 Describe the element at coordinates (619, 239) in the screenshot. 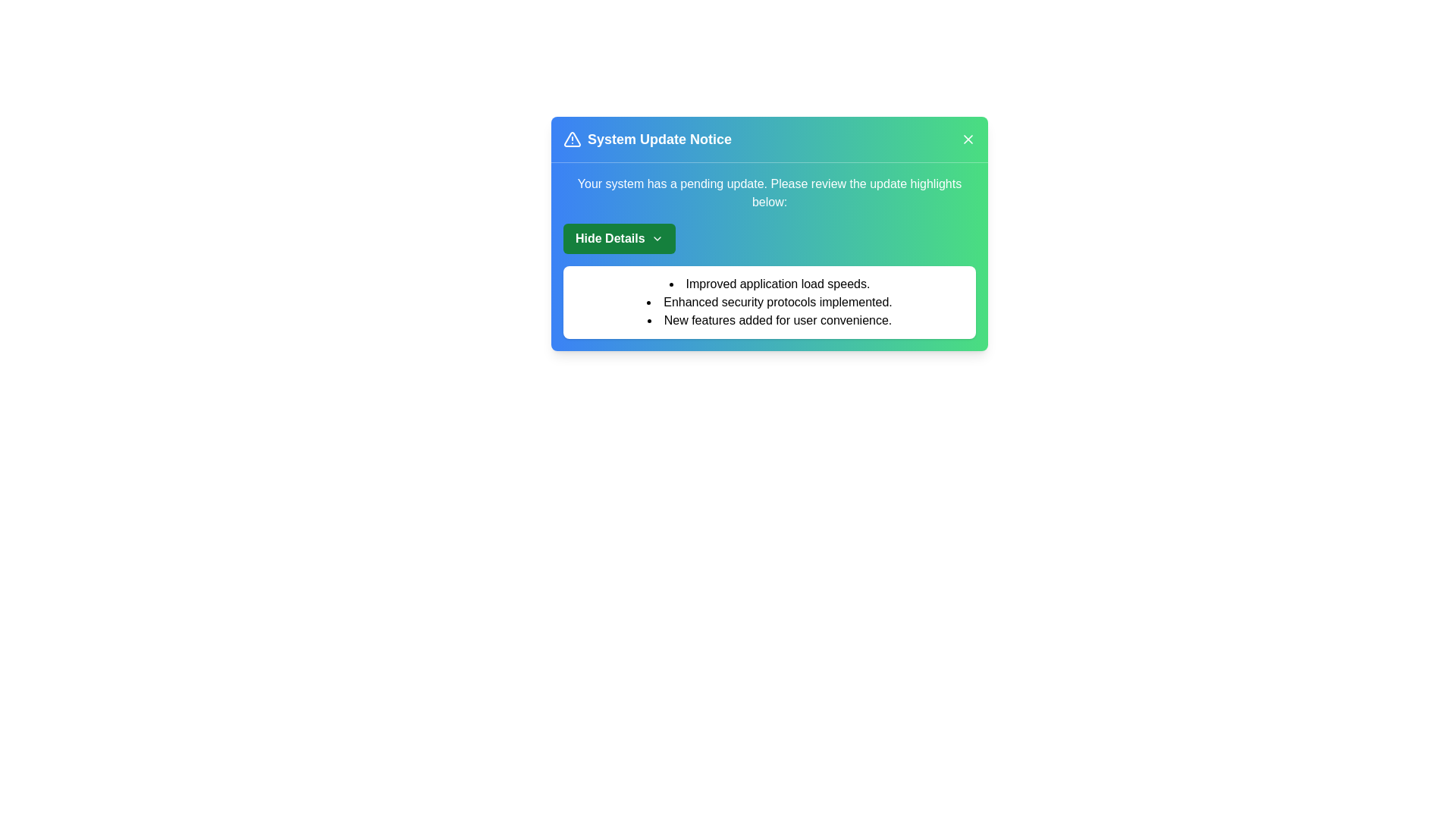

I see `'Hide Details' button to toggle the visibility of the details section` at that location.